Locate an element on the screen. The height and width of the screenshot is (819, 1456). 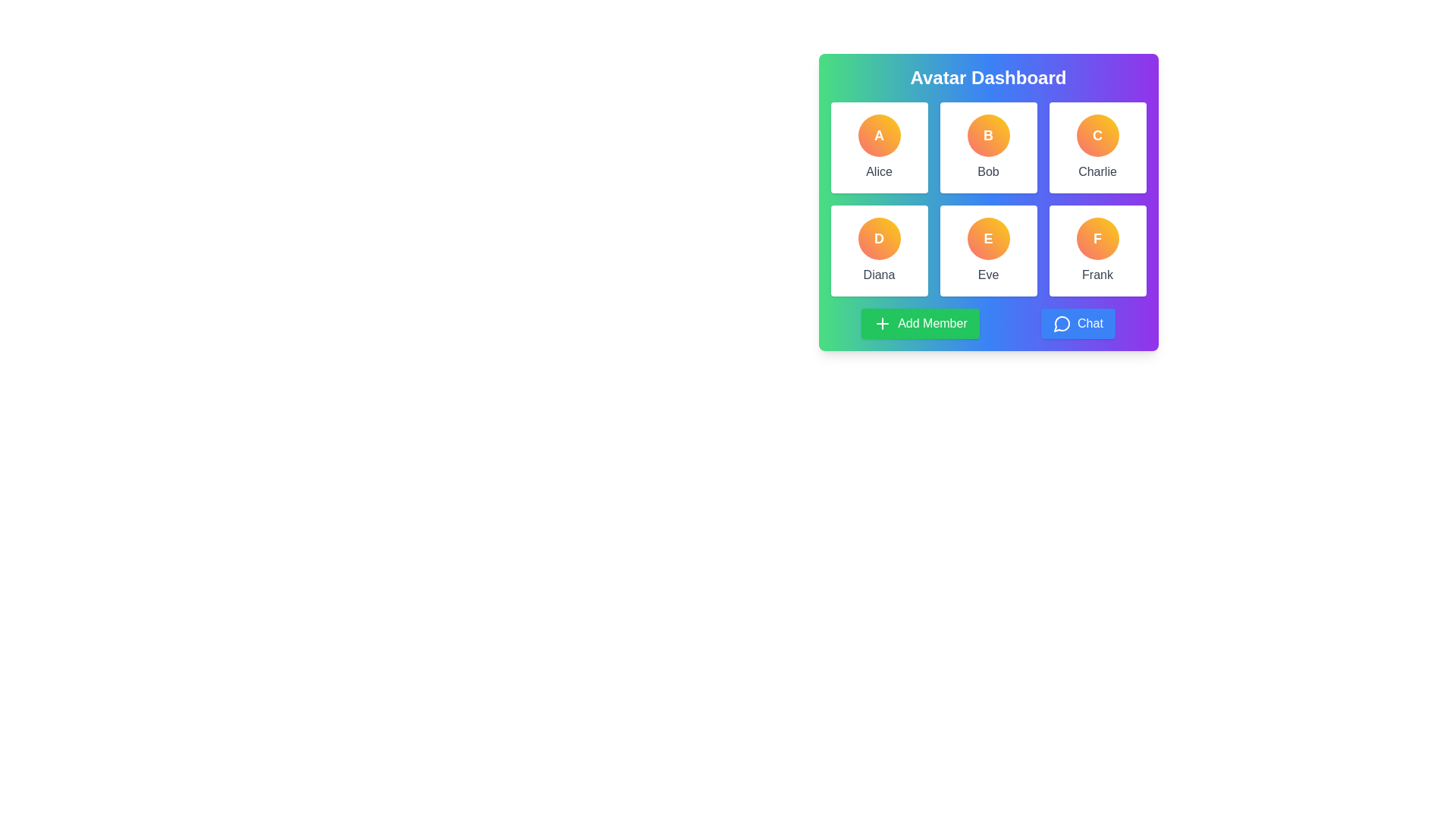
the user profile card, which displays an avatar and the user's name, located in the top row, third column of the 'Avatar Dashboard' section is located at coordinates (1097, 148).